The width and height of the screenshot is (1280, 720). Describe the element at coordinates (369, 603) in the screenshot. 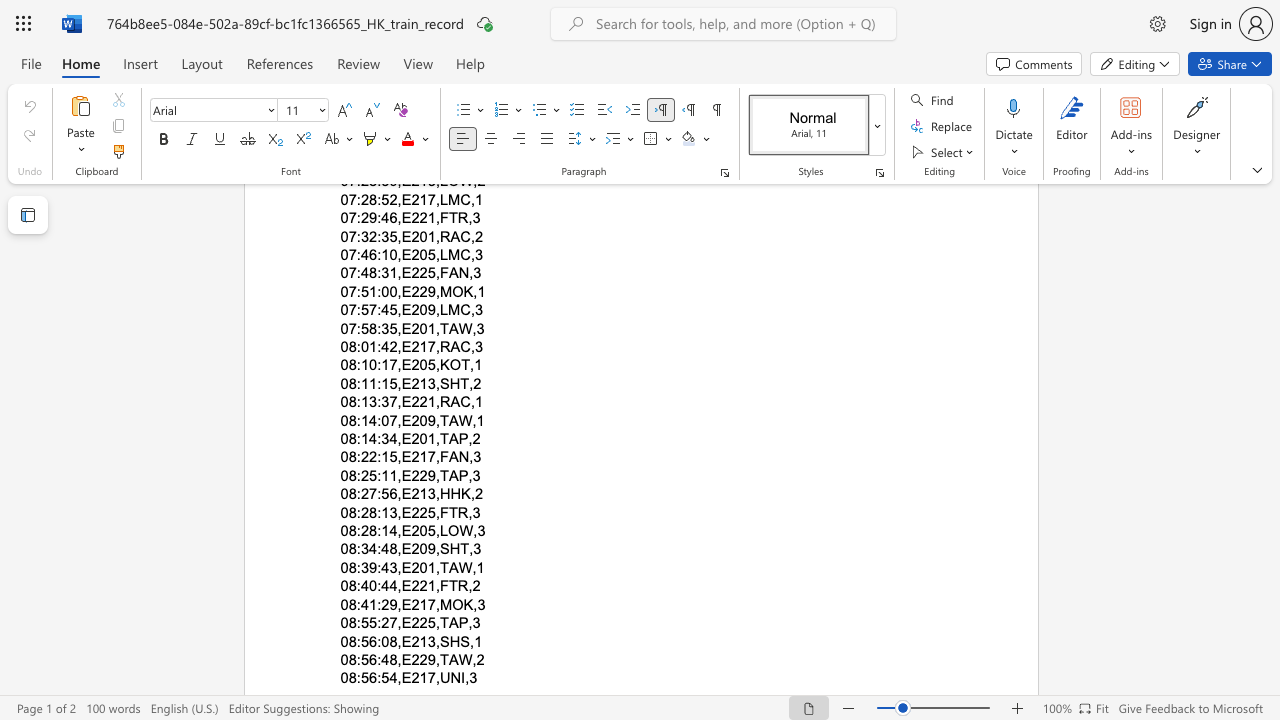

I see `the subset text "1:29,E217,MOK" within the text "08:41:29,E217,MOK,3"` at that location.